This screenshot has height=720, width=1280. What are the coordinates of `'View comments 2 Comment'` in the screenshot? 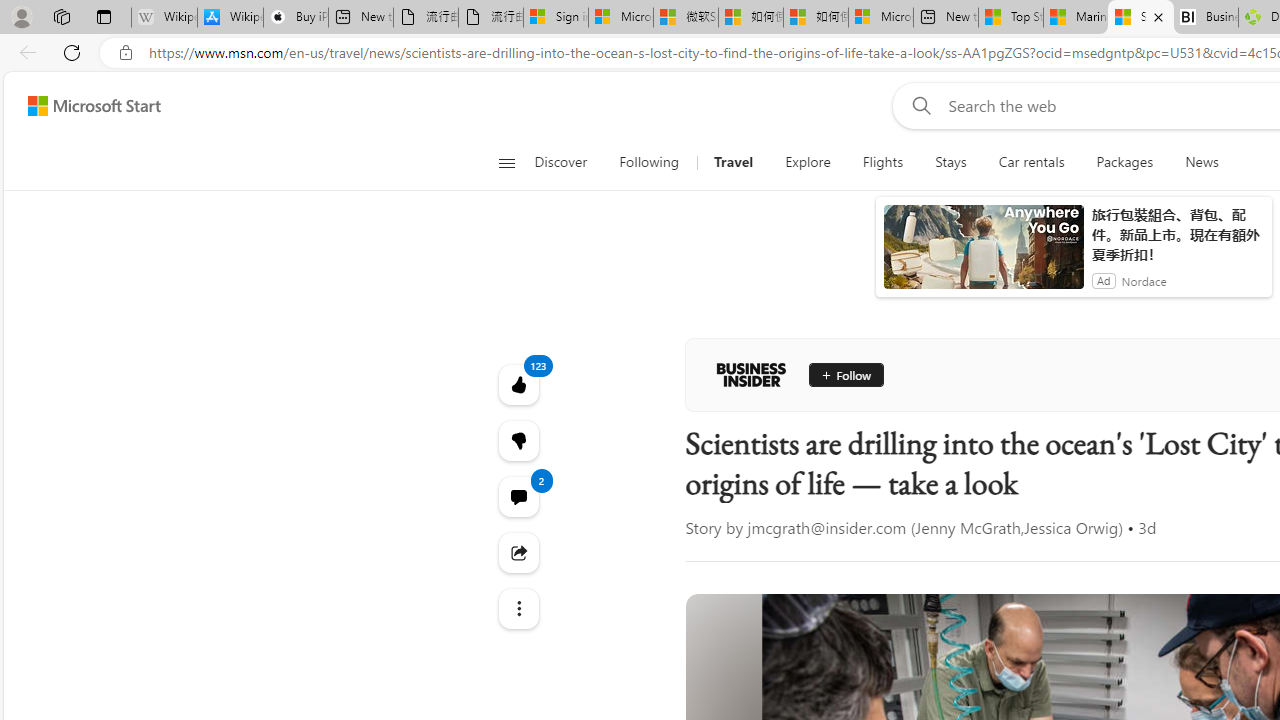 It's located at (518, 495).